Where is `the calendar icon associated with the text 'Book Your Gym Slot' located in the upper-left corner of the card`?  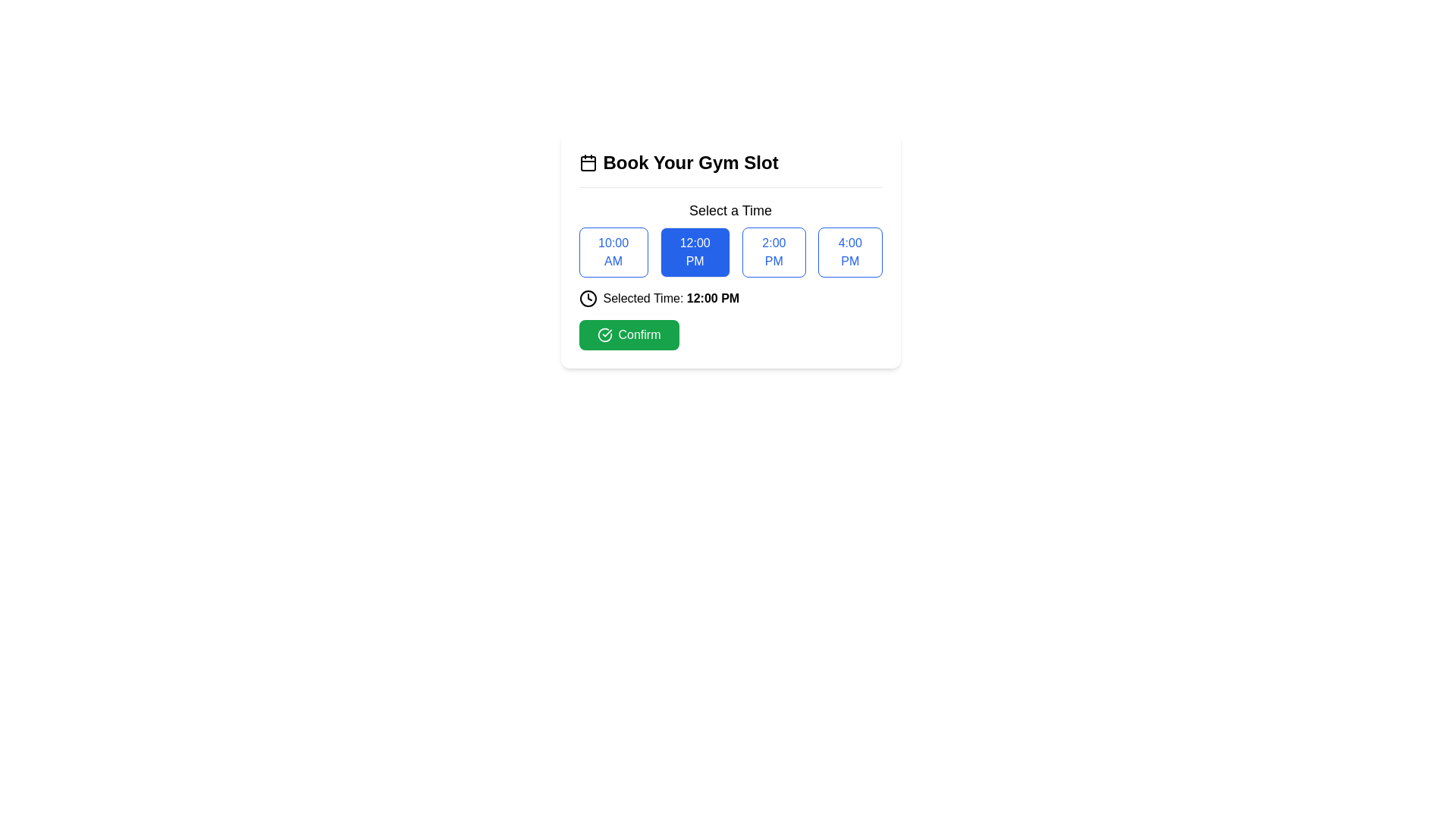 the calendar icon associated with the text 'Book Your Gym Slot' located in the upper-left corner of the card is located at coordinates (587, 163).